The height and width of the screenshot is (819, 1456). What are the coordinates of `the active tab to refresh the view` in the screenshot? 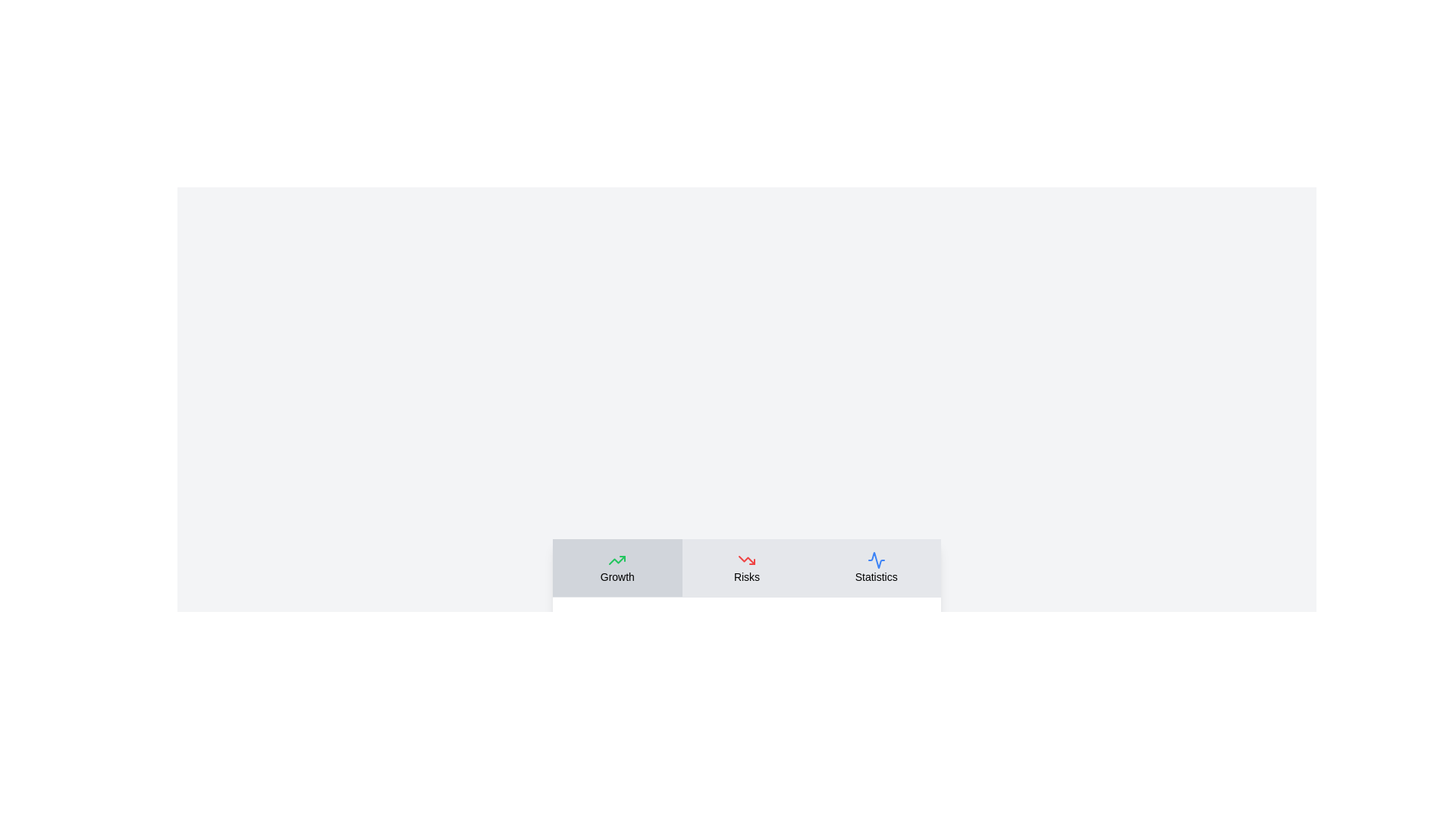 It's located at (617, 567).